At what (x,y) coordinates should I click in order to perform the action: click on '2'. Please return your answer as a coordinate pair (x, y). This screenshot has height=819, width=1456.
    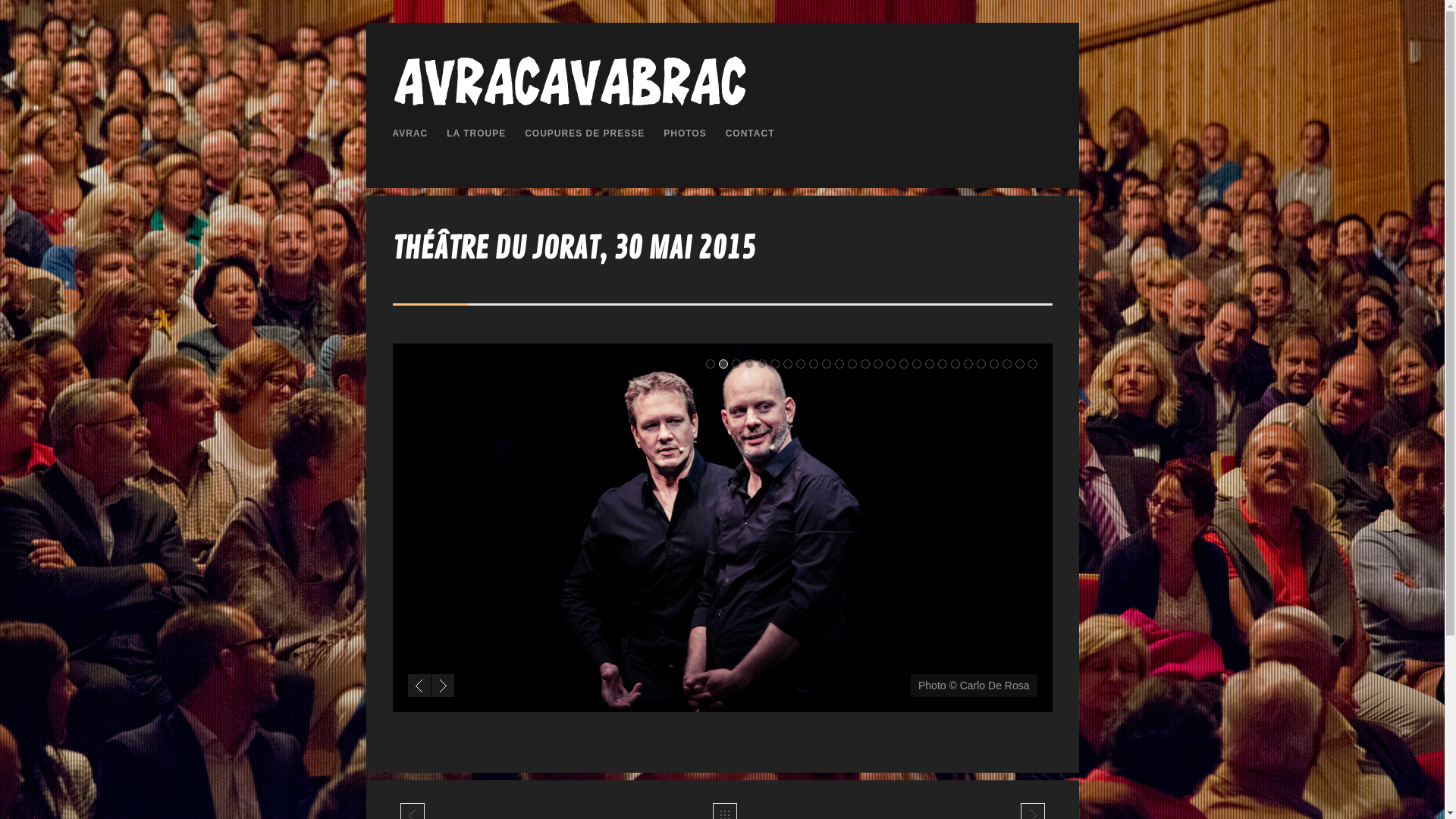
    Looking at the image, I should click on (723, 363).